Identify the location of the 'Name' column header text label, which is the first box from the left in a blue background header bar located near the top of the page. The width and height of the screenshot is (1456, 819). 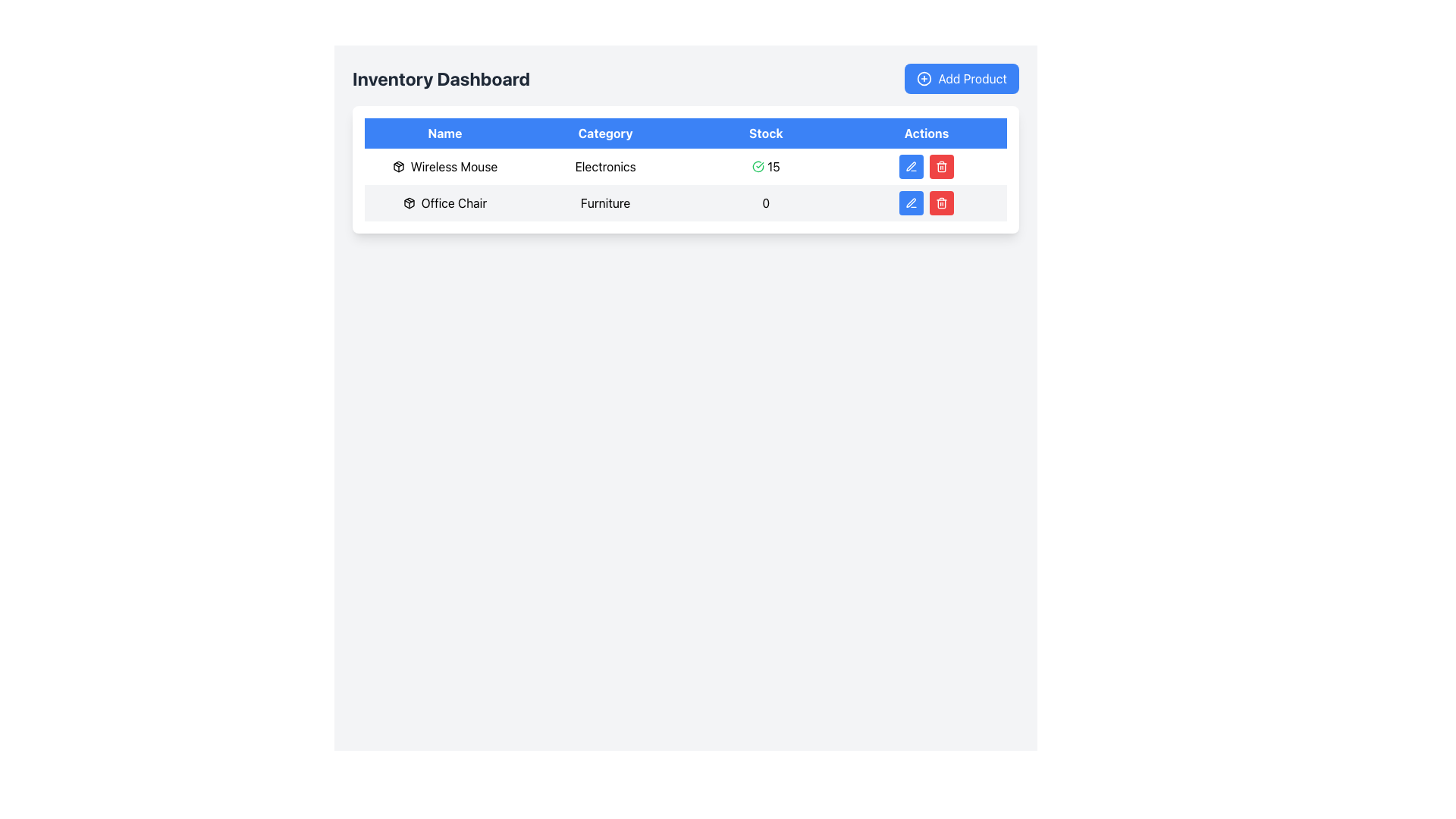
(444, 133).